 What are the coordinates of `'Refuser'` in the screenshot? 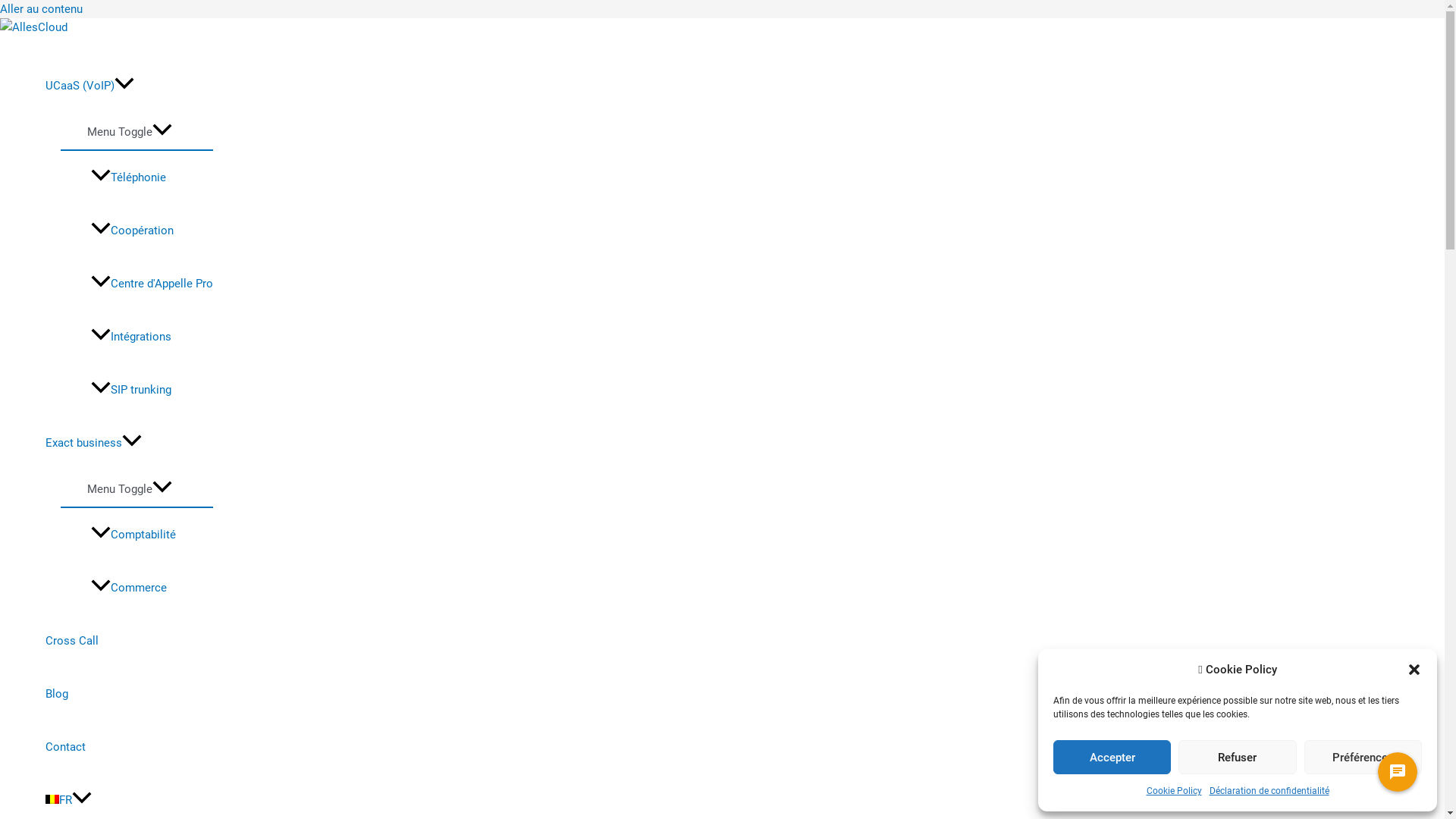 It's located at (1237, 757).